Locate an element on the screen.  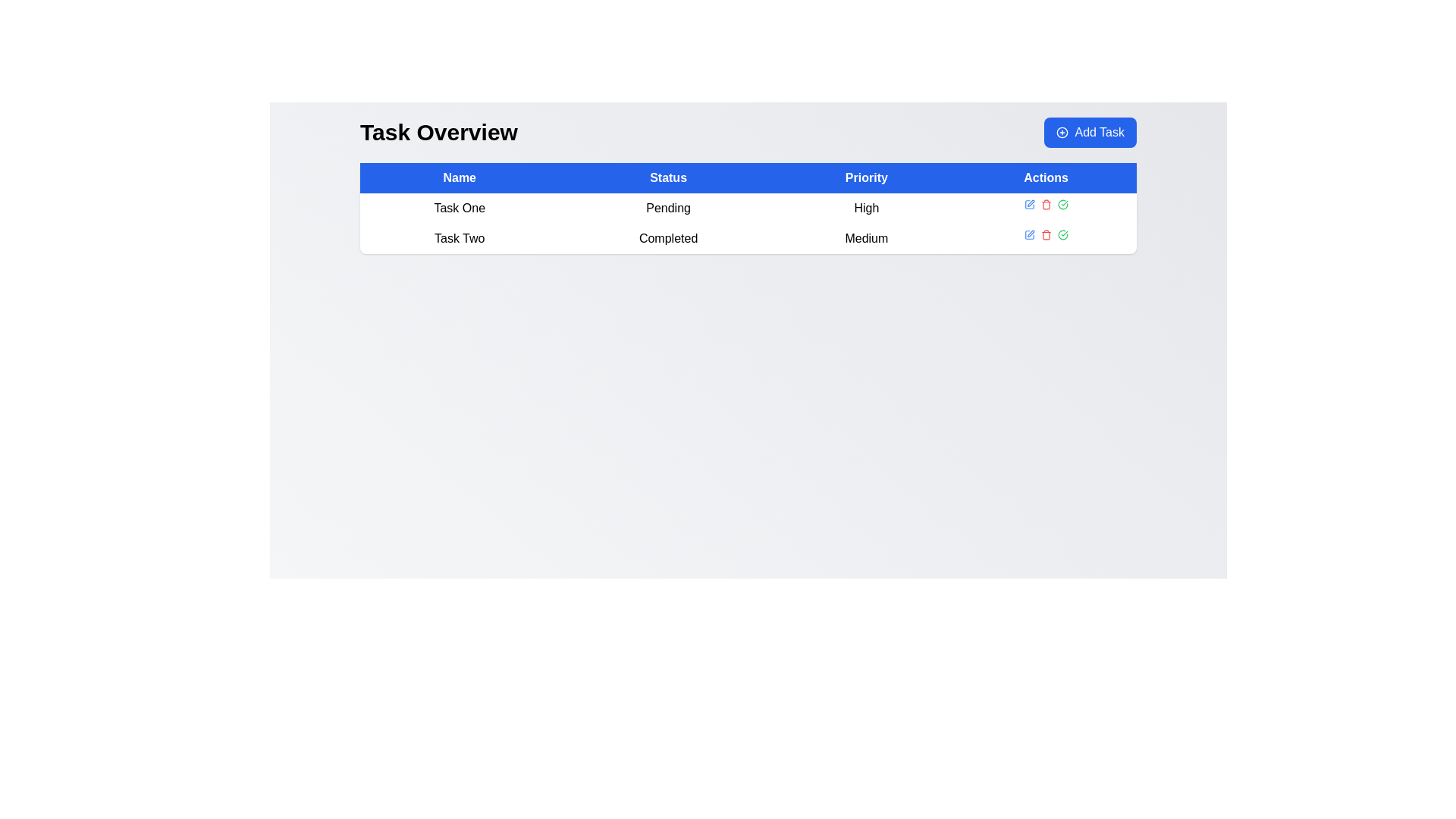
the first row of the task overview table which contains the task name 'Task One', status 'Pending', and priority 'High' is located at coordinates (748, 208).